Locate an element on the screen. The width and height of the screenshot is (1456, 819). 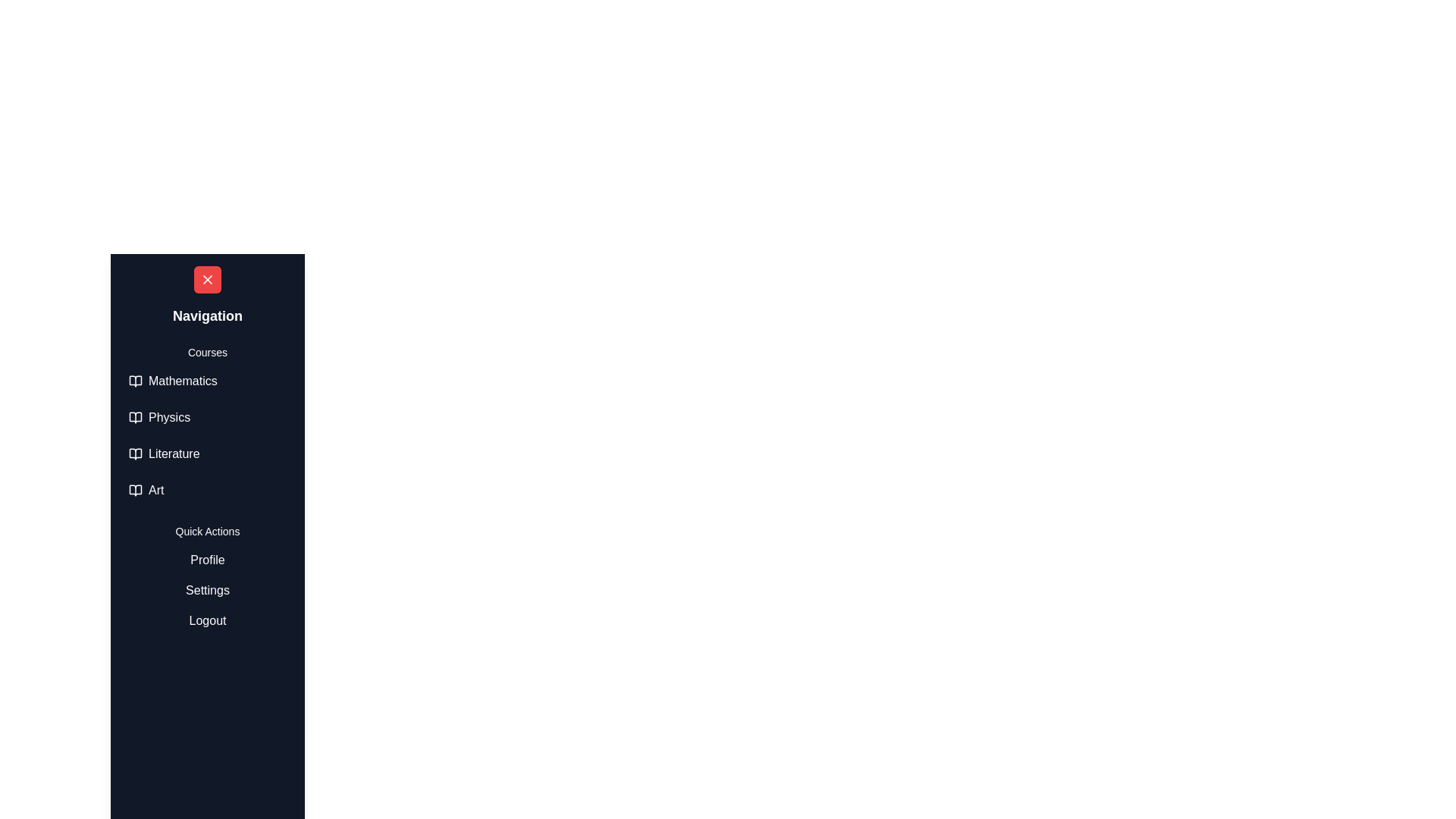
the 'Settings' button, which is styled as a text label with light text on a dark background, located under the 'Quick Actions' section in the sidebar menu is located at coordinates (206, 590).